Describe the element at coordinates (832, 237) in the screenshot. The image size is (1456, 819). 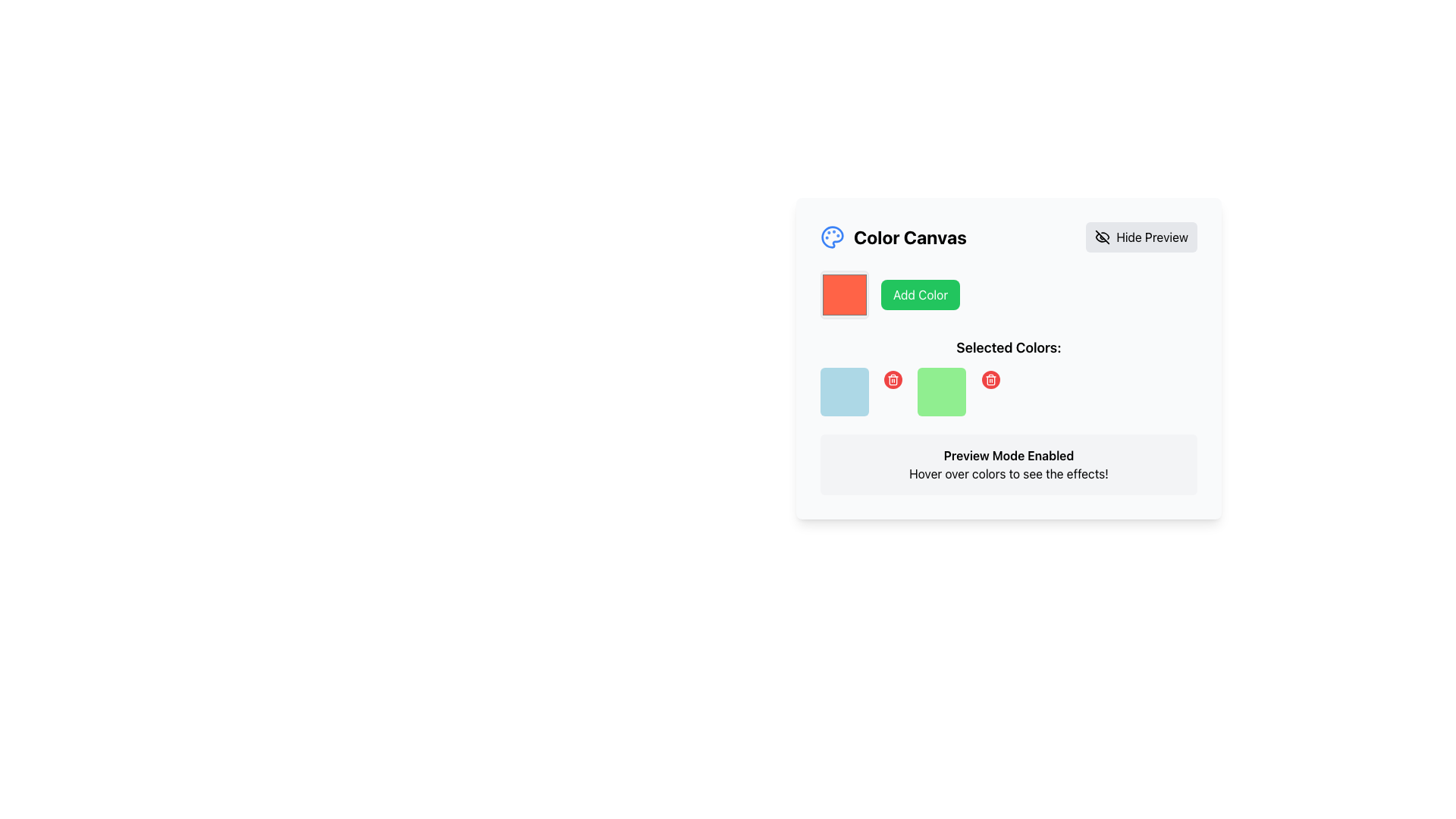
I see `the blue palette icon located to the left of the 'Color Canvas' heading in the header section of the 'Color Canvas' widget` at that location.